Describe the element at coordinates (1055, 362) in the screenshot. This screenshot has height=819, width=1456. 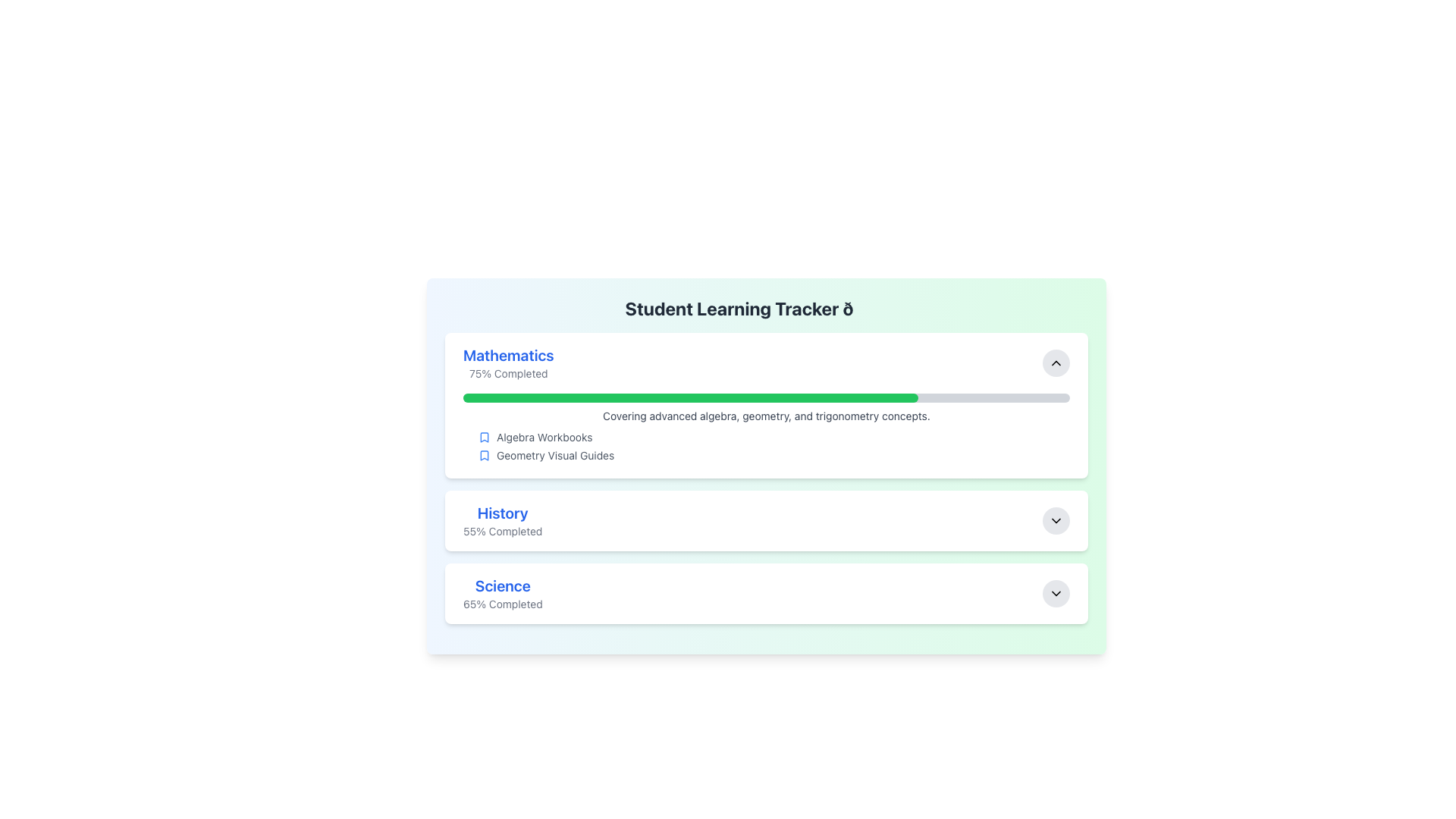
I see `the circular button with a light gray background and an upward-pointing arrow icon` at that location.